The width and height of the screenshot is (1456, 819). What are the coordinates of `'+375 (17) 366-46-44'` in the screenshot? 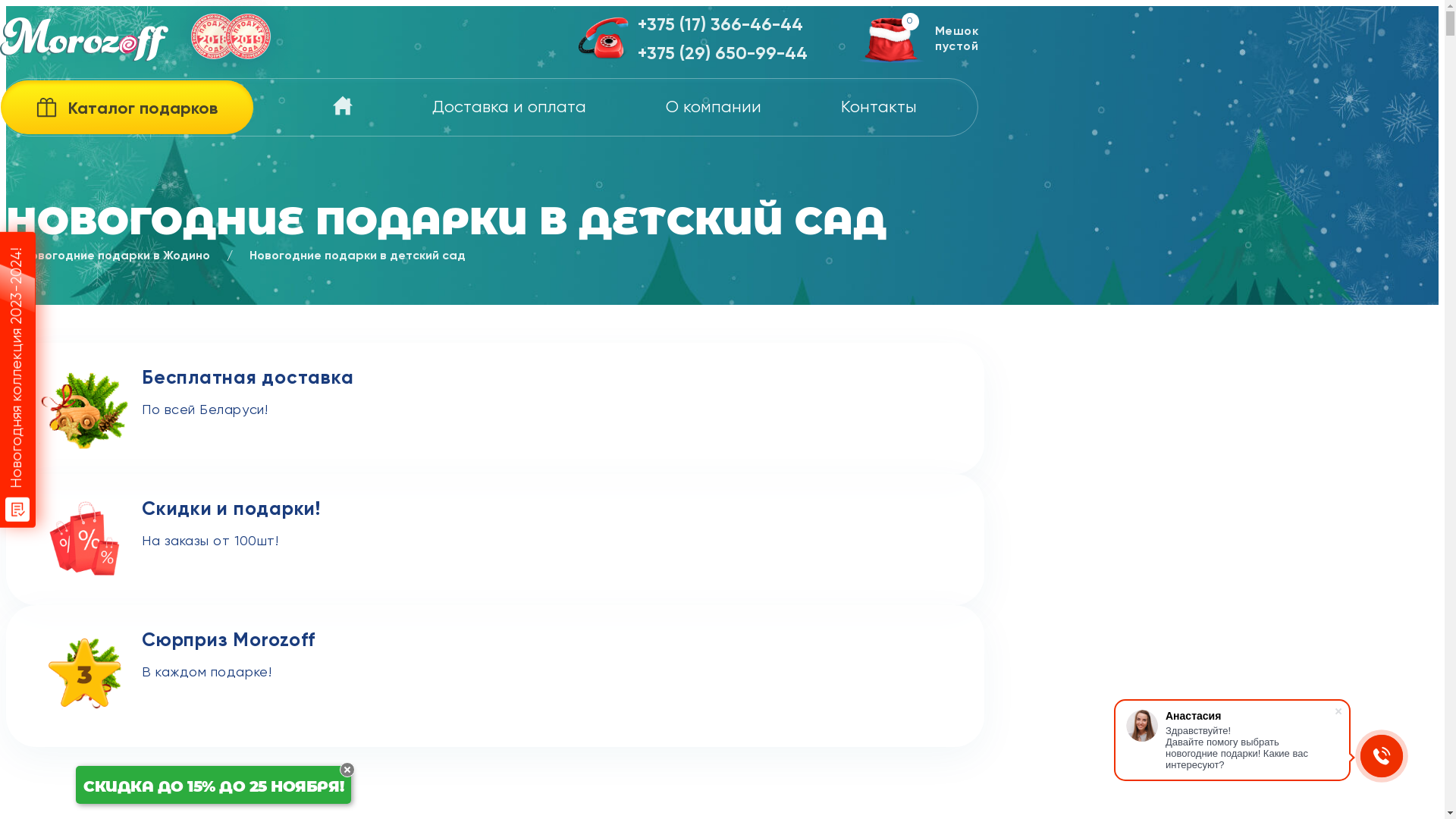 It's located at (722, 25).